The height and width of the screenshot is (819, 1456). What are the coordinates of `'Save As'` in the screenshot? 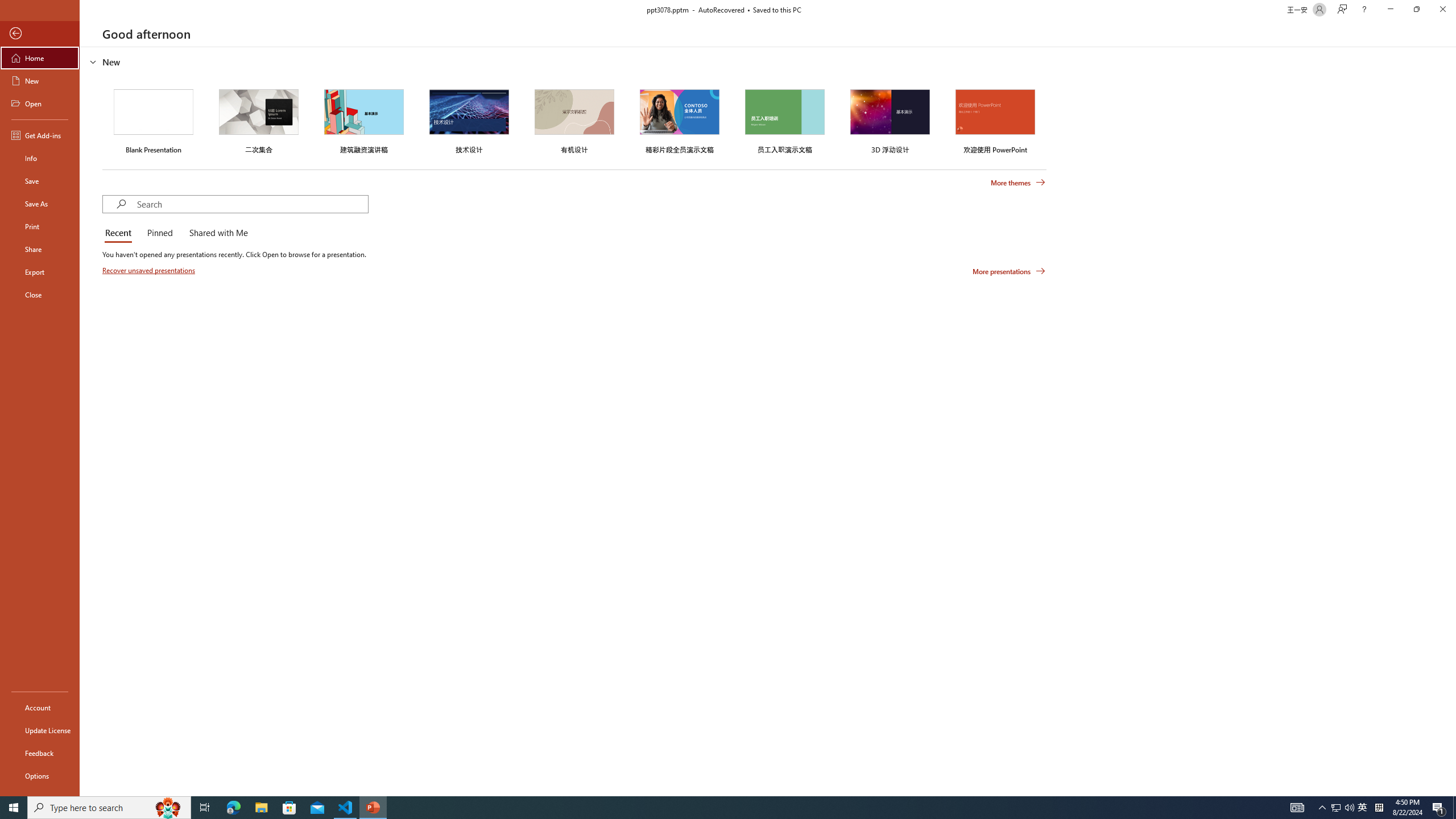 It's located at (39, 202).